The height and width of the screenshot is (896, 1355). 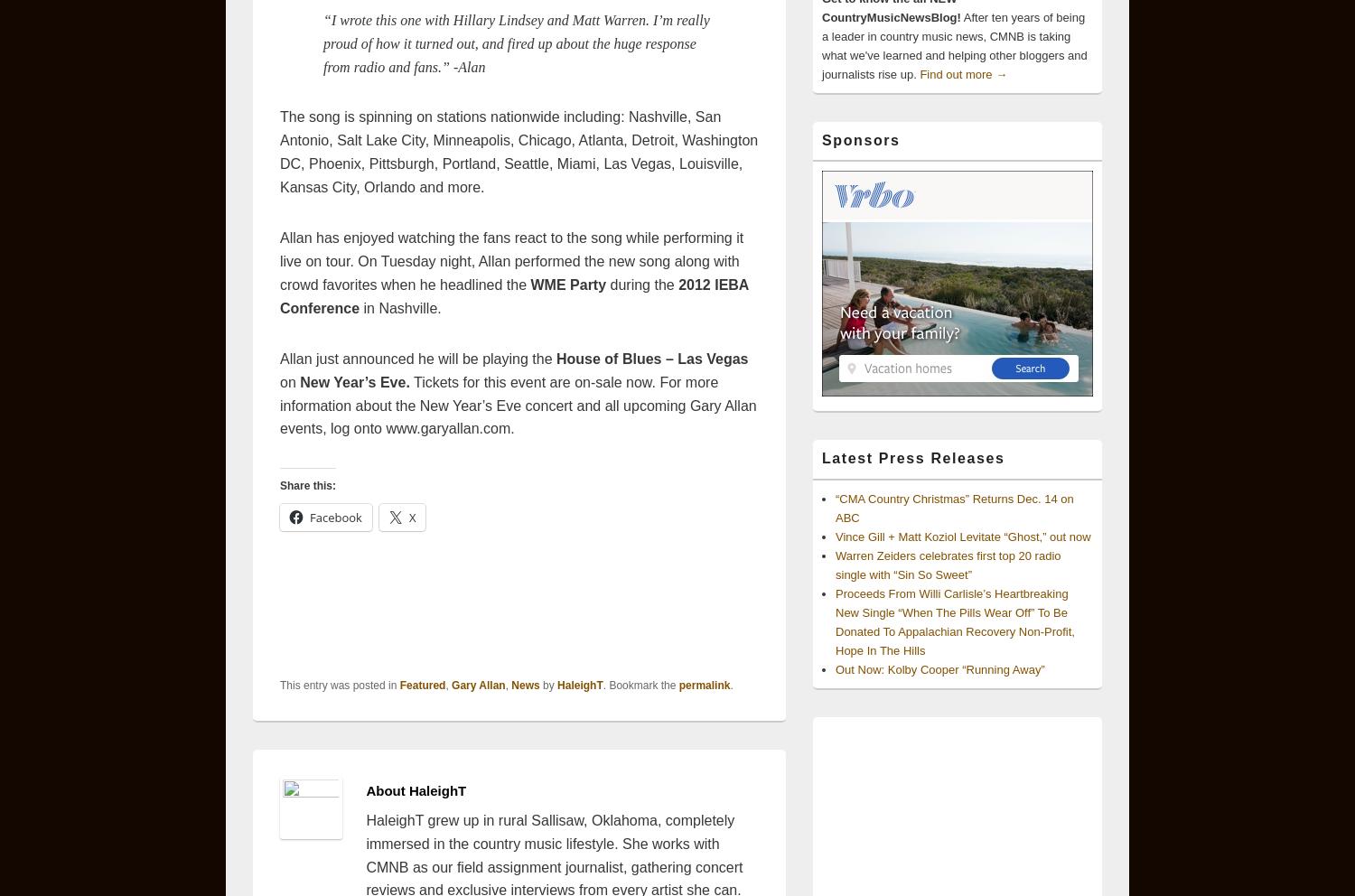 What do you see at coordinates (731, 683) in the screenshot?
I see `'.'` at bounding box center [731, 683].